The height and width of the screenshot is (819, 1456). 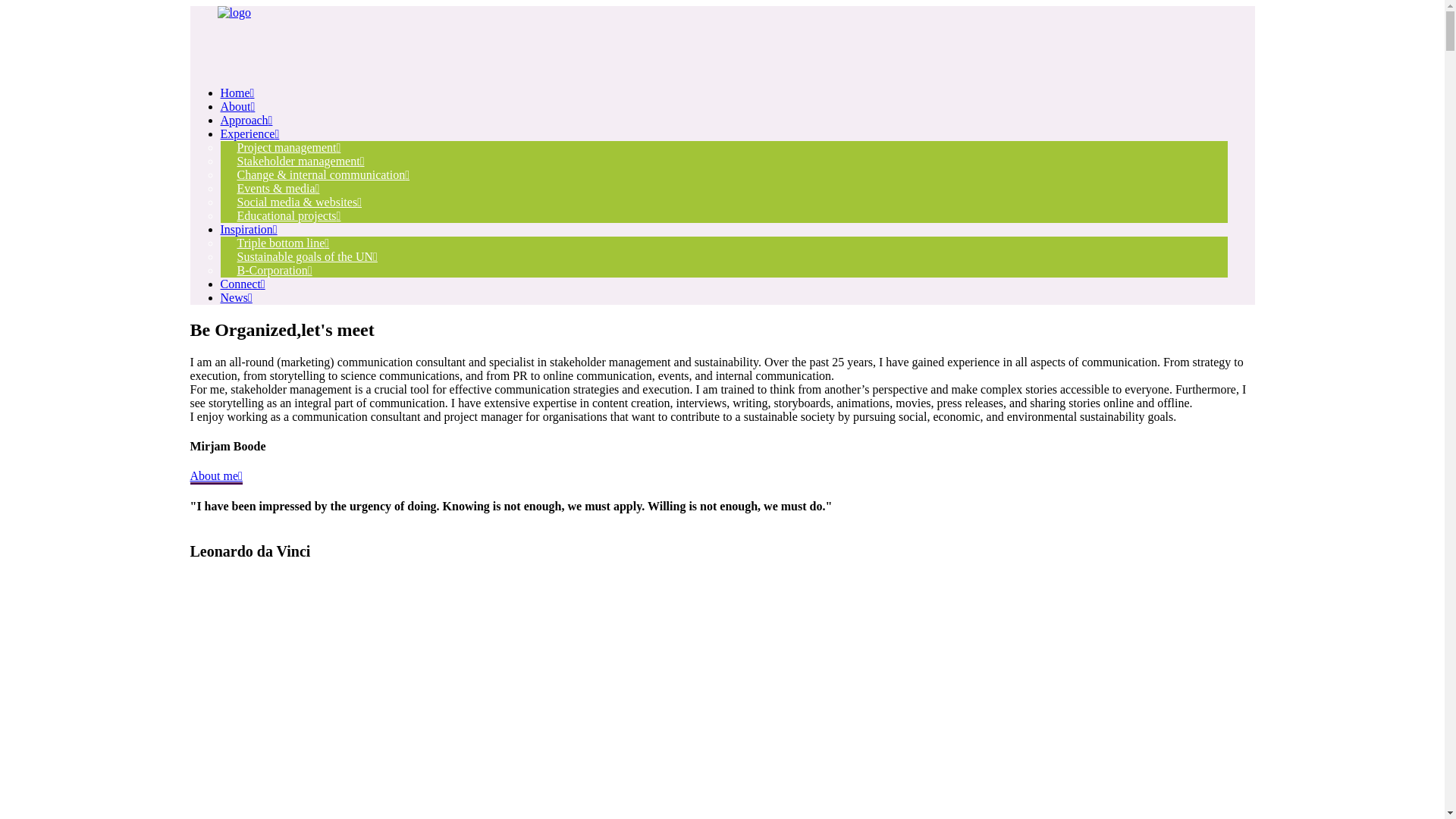 I want to click on 'Educational projects', so click(x=288, y=215).